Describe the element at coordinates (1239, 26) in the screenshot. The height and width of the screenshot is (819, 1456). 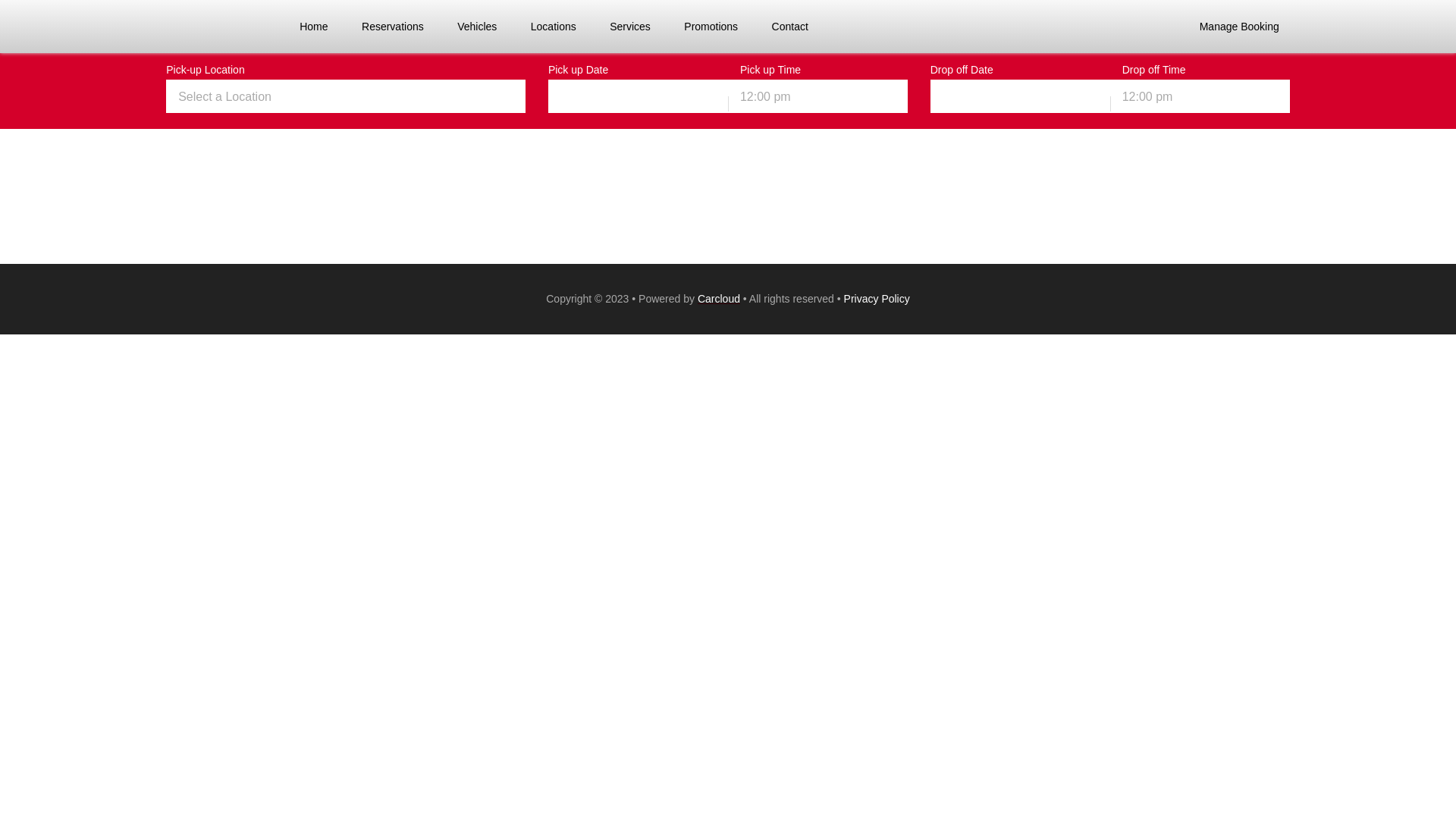
I see `'Manage Booking'` at that location.